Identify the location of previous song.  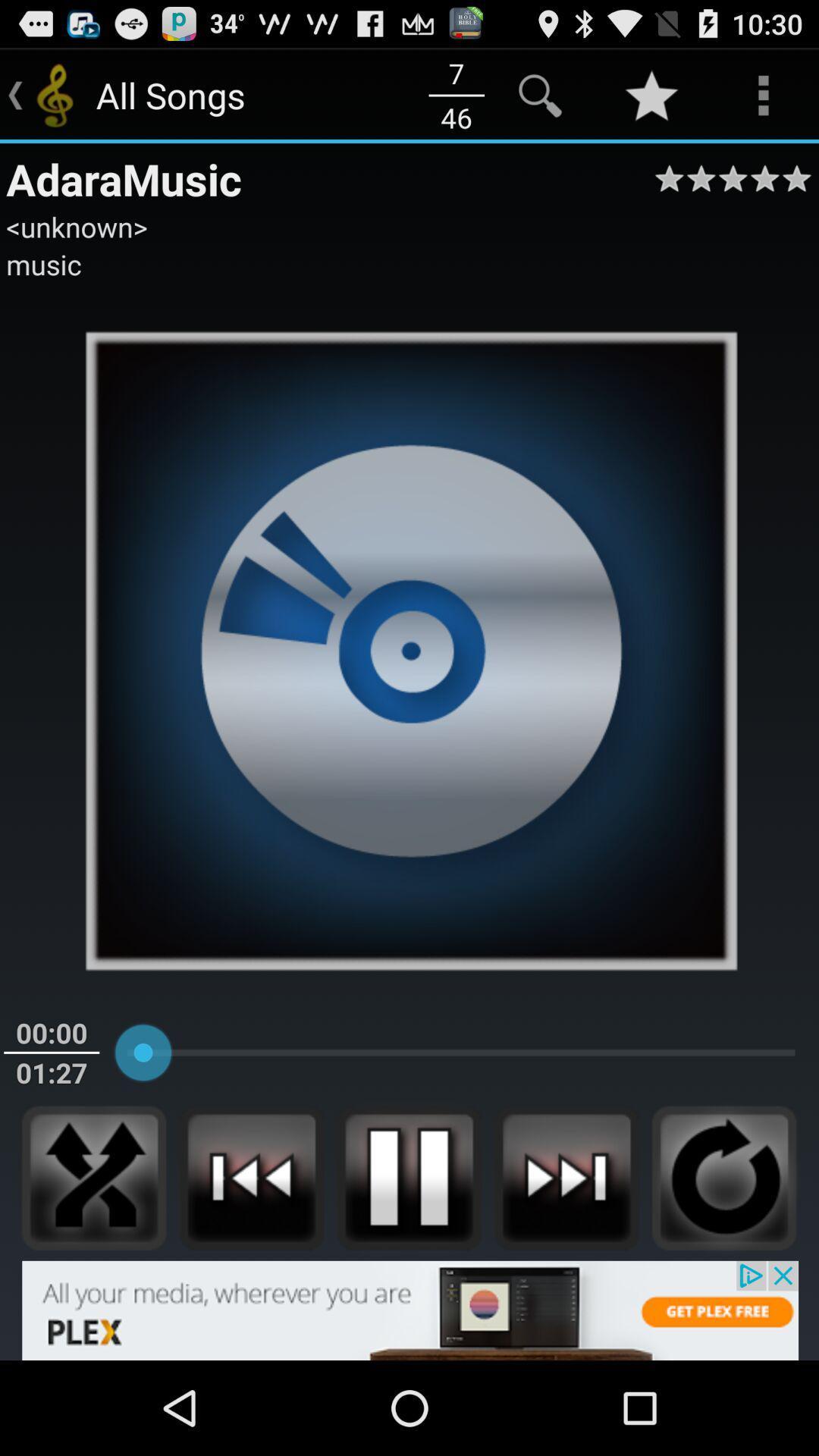
(250, 1177).